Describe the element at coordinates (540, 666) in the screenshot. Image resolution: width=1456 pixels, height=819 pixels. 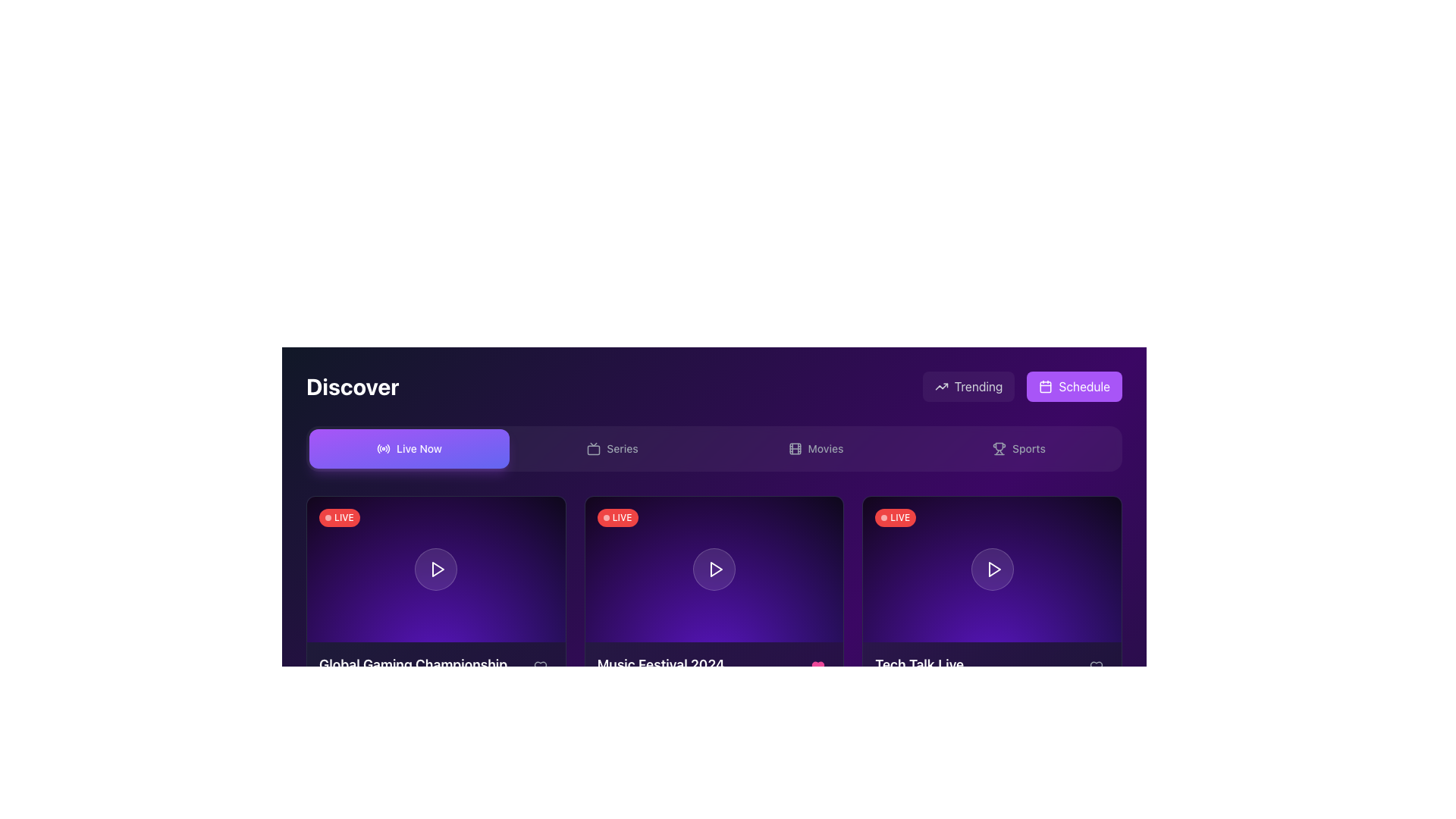
I see `the heart icon within the SVG component located at the bottom-right corner of the 'Music Festival 2024' card, which is styled with a light gray rounded stroke` at that location.